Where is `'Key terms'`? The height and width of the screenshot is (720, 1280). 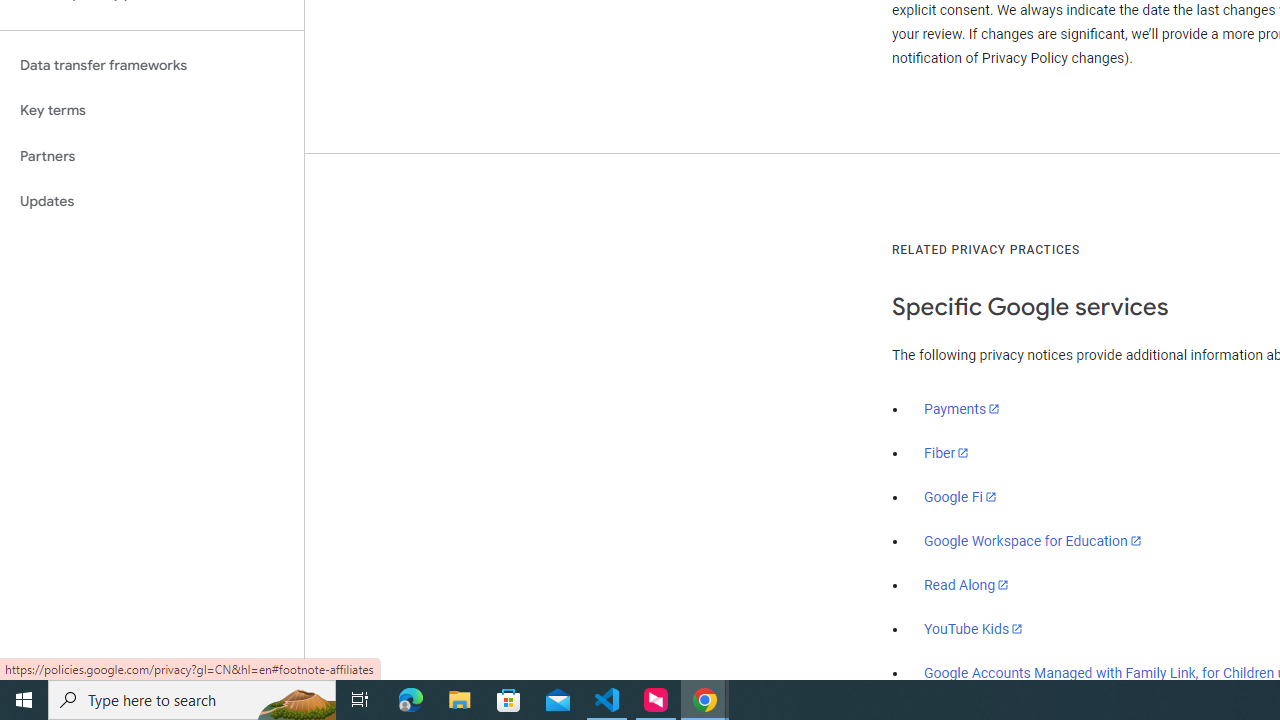 'Key terms' is located at coordinates (151, 110).